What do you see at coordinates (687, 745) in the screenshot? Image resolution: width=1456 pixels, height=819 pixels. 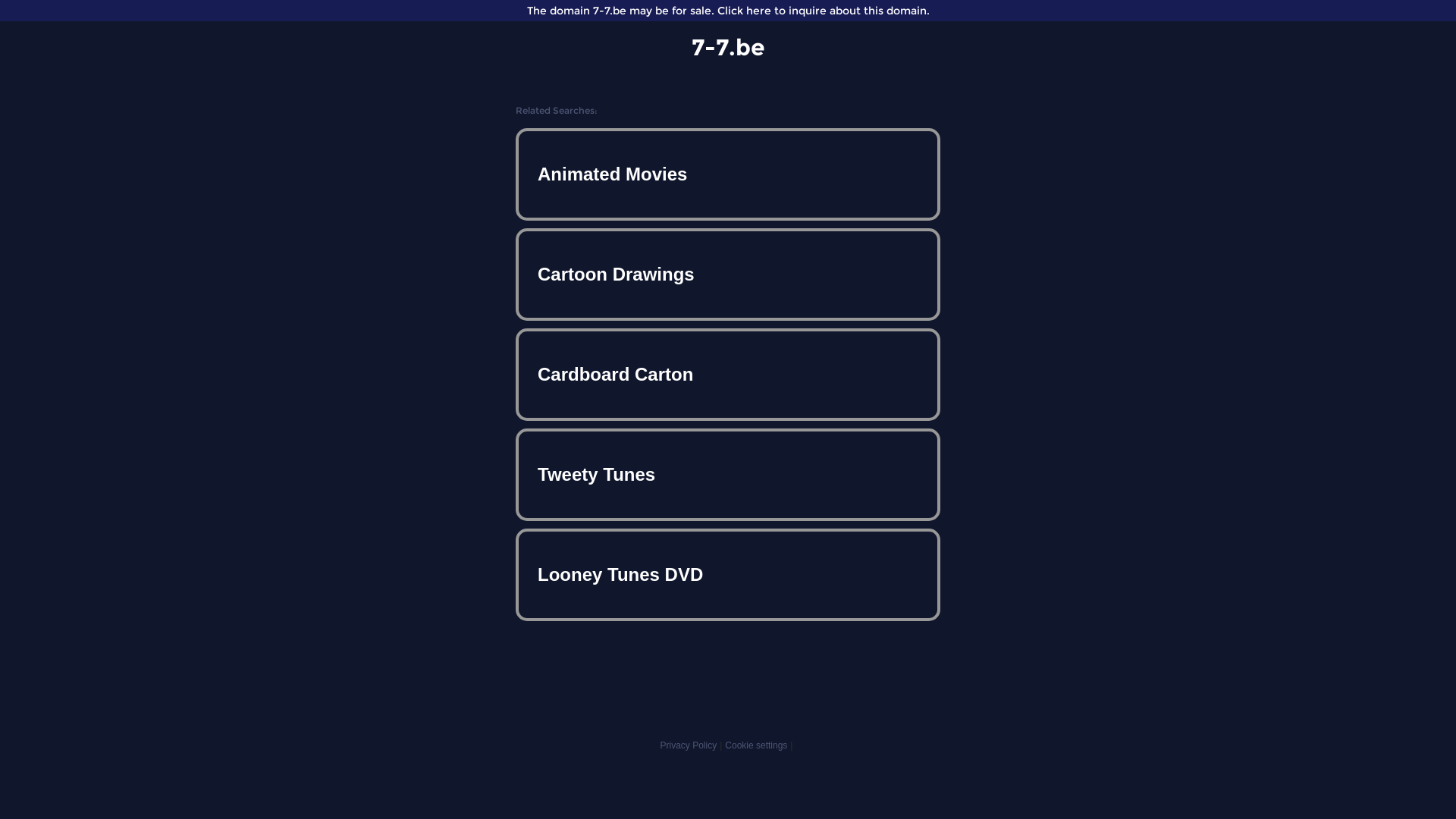 I see `'Privacy Policy'` at bounding box center [687, 745].